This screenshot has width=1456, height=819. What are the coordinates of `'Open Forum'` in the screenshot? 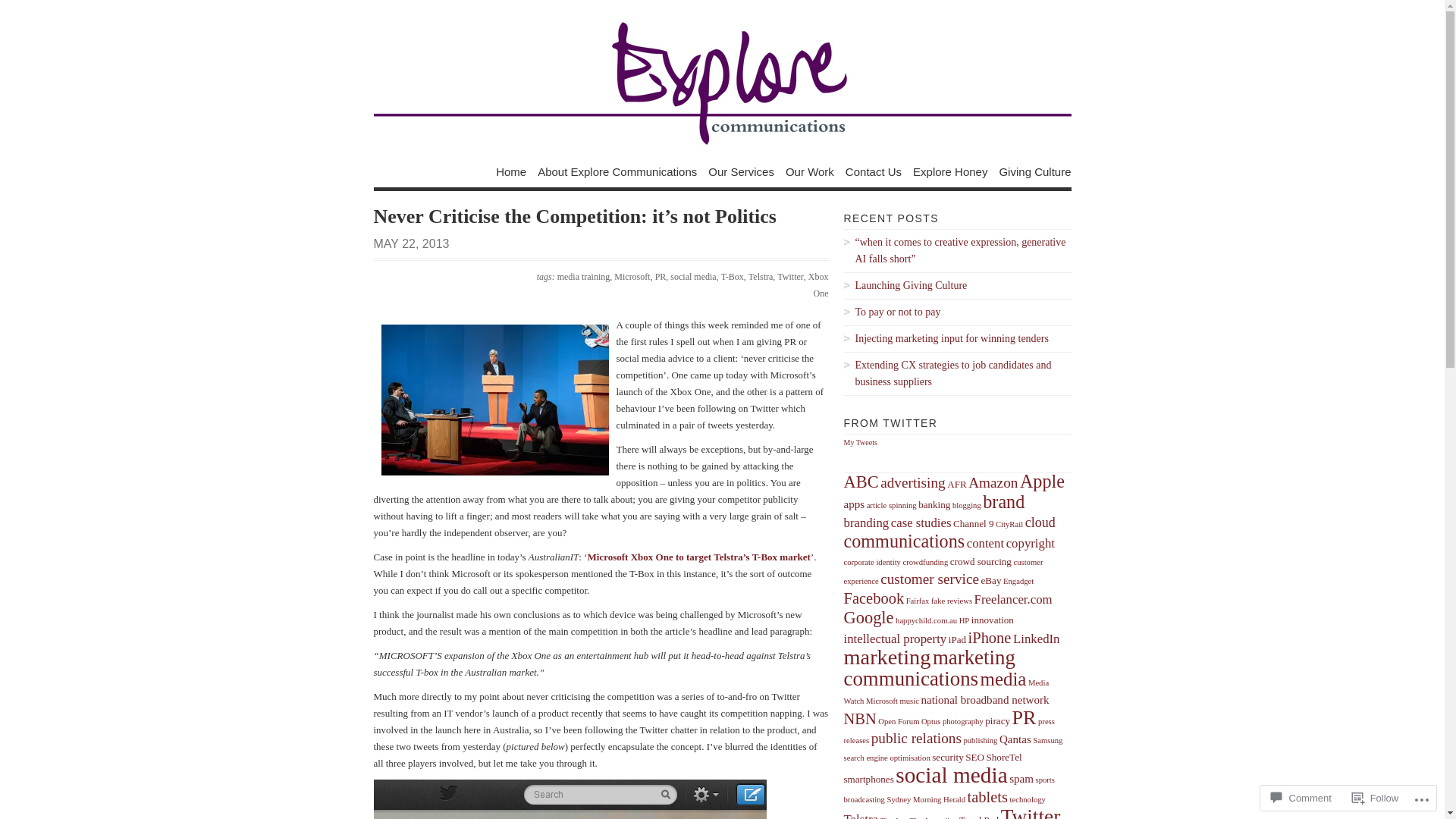 It's located at (899, 720).